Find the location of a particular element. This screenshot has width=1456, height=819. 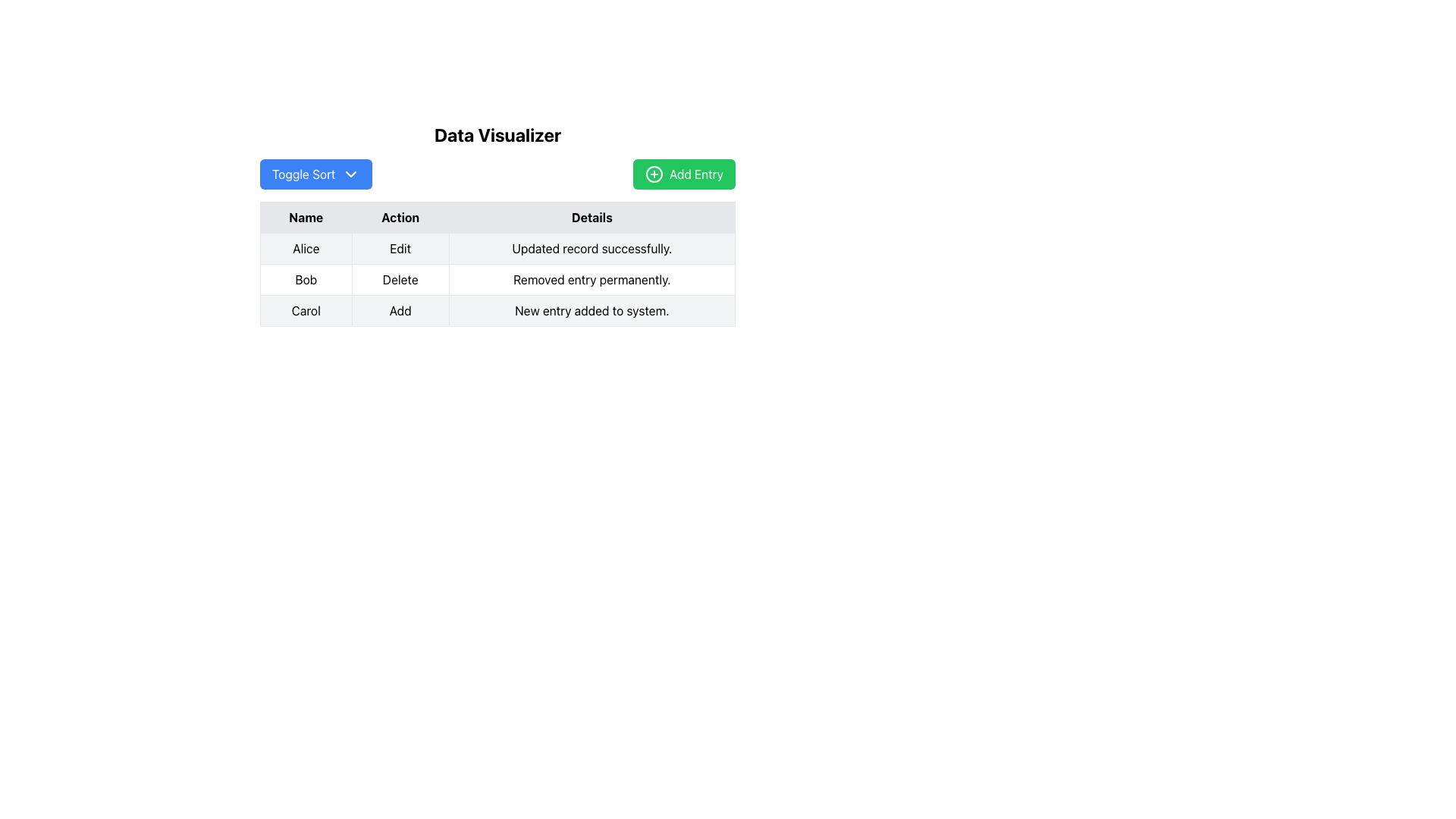

the 'Delete' text element located in the second row of the table within the 'Action' column, which is bordered and contains bold text is located at coordinates (400, 280).